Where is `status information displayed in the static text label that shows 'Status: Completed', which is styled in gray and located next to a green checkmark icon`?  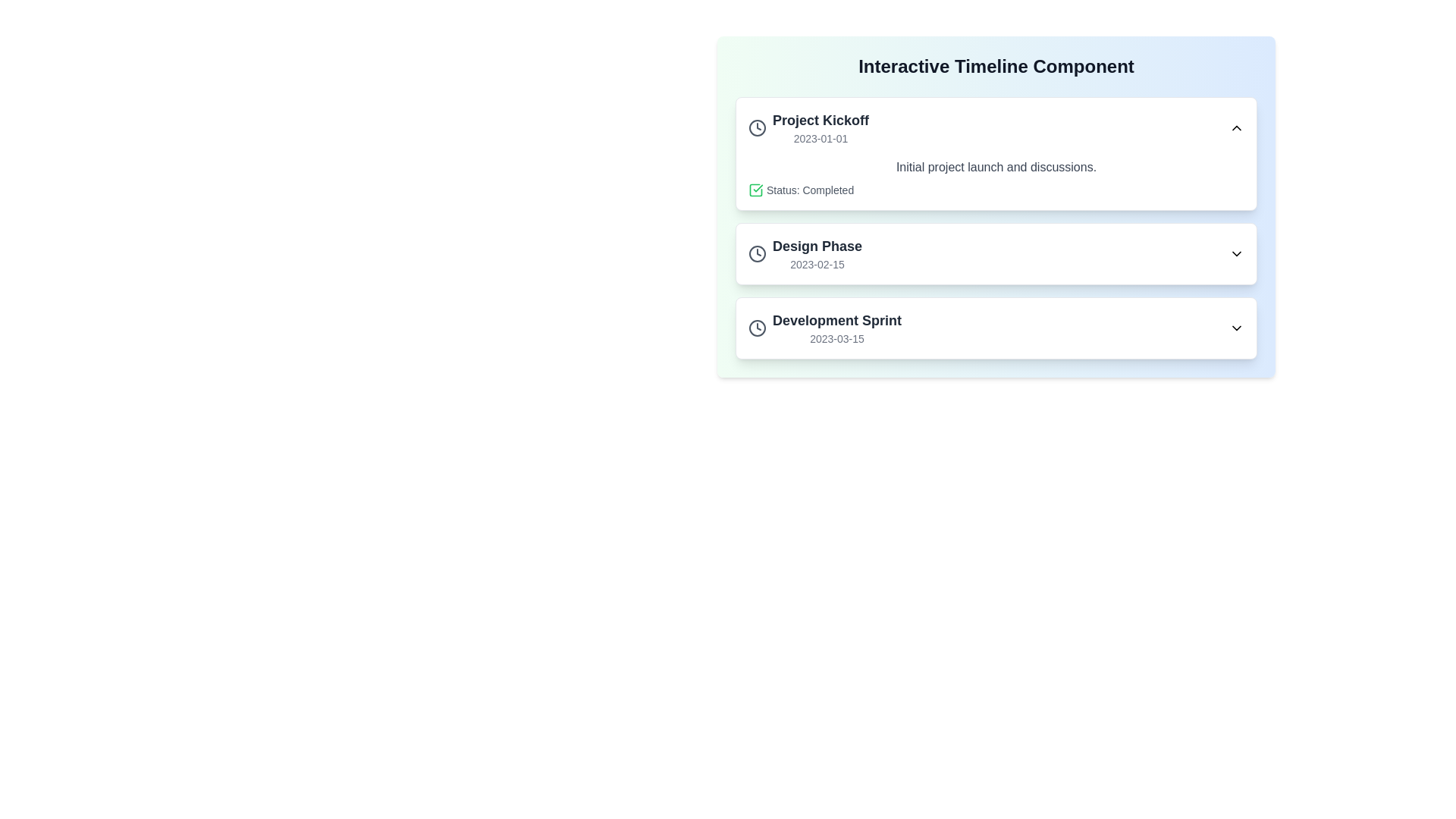
status information displayed in the static text label that shows 'Status: Completed', which is styled in gray and located next to a green checkmark icon is located at coordinates (809, 189).